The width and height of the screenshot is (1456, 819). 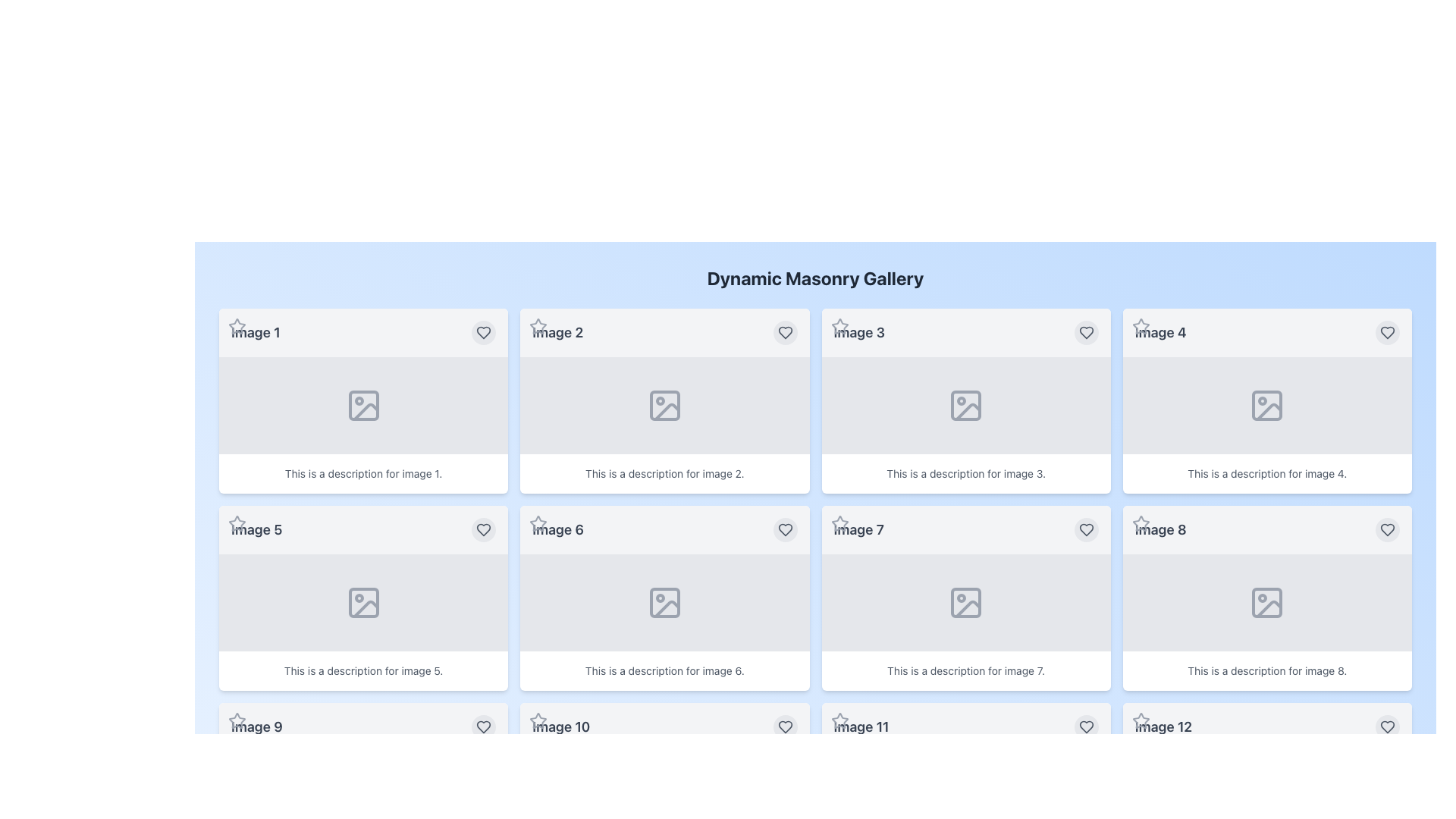 I want to click on the heart-shaped 'like' button located, so click(x=1387, y=529).